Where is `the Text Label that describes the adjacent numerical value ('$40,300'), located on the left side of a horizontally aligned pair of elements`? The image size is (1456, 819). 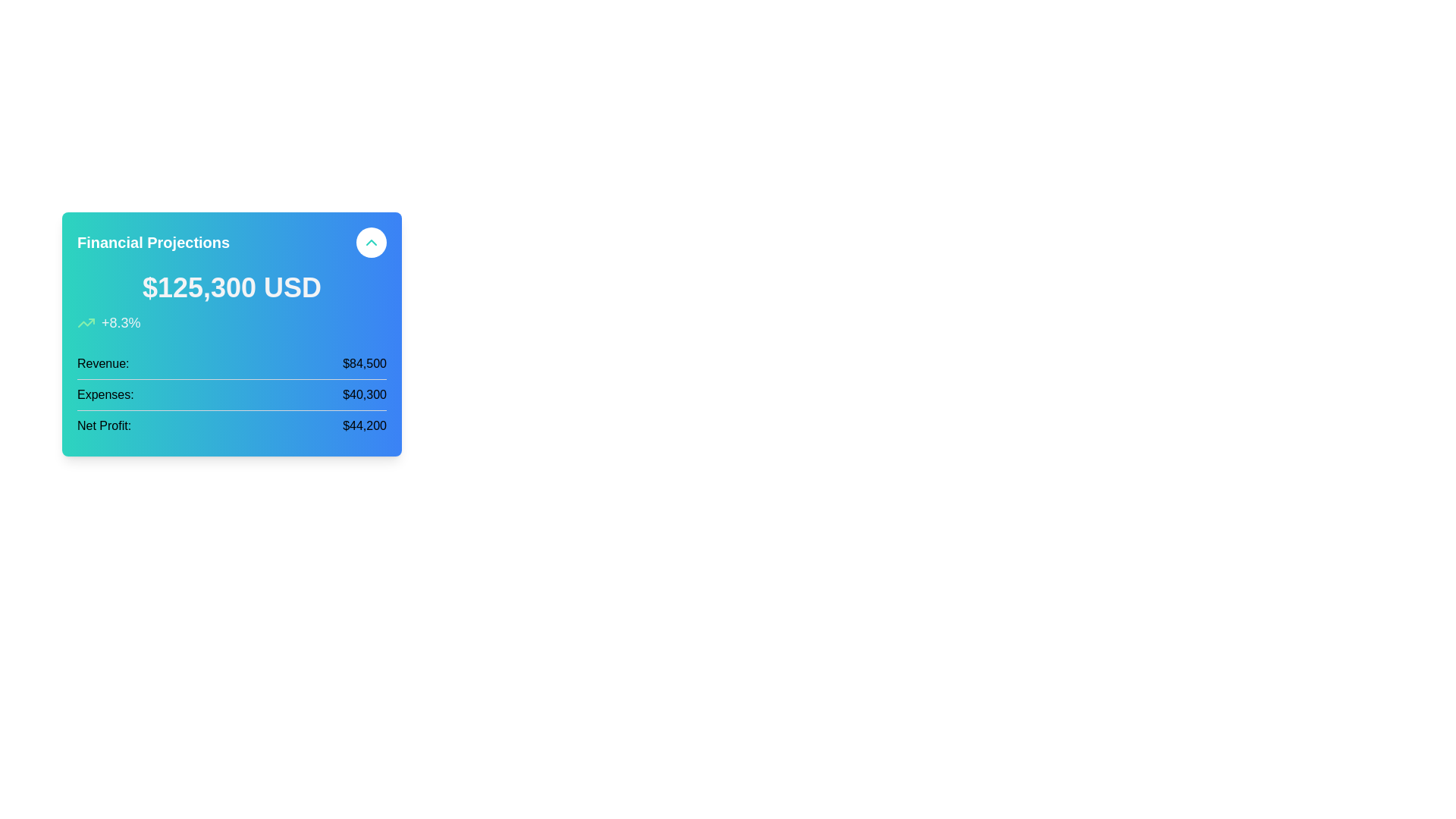 the Text Label that describes the adjacent numerical value ('$40,300'), located on the left side of a horizontally aligned pair of elements is located at coordinates (105, 394).